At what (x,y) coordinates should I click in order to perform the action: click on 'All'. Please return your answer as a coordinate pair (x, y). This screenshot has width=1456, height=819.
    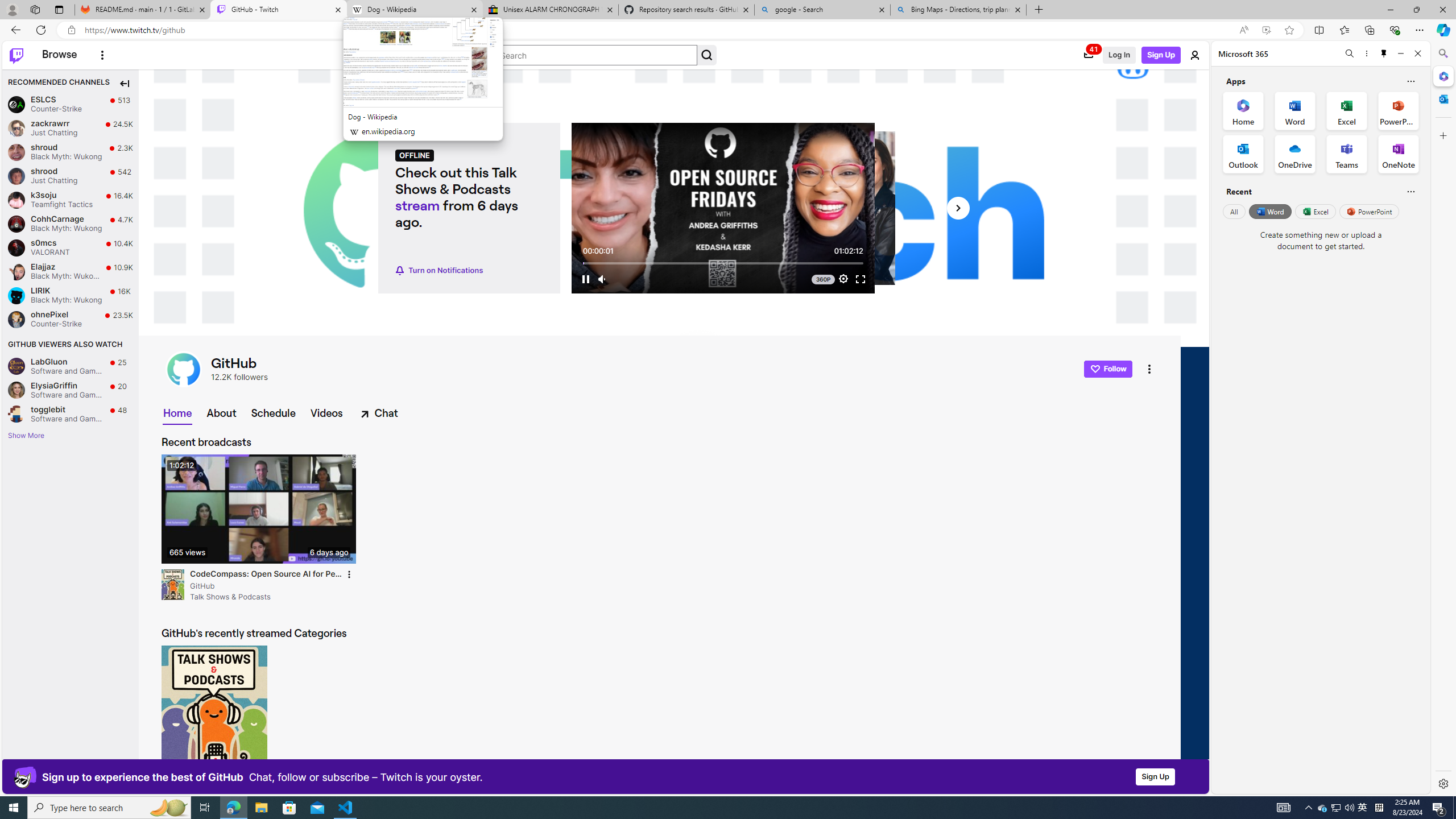
    Looking at the image, I should click on (1233, 211).